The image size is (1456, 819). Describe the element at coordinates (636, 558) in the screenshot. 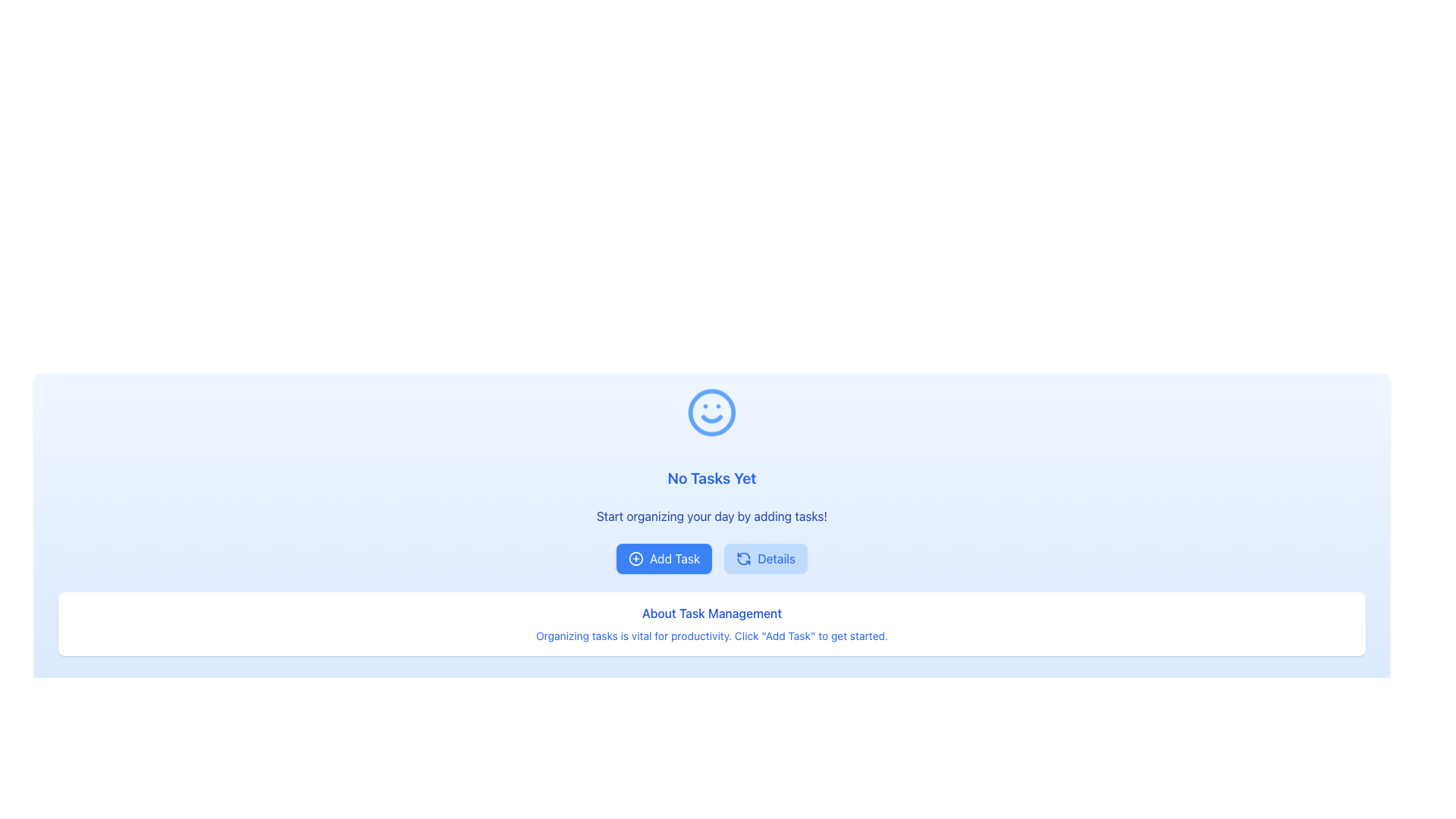

I see `the outer circular part of the plus icon that serves as the 'Add Task' button located at the center bottom area of the main content section` at that location.